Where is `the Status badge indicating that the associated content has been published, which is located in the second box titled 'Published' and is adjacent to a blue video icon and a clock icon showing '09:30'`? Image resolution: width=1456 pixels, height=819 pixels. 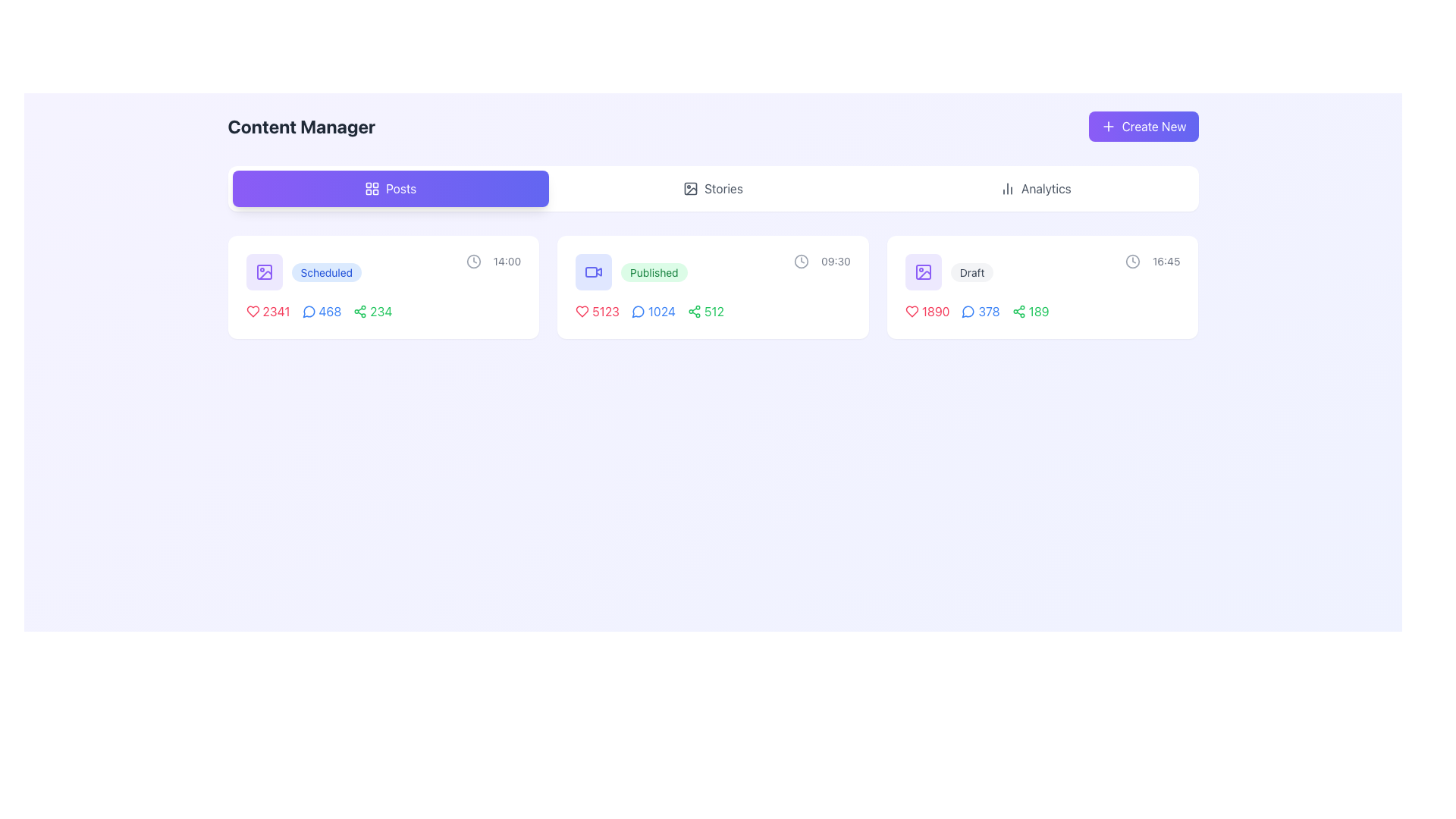 the Status badge indicating that the associated content has been published, which is located in the second box titled 'Published' and is adjacent to a blue video icon and a clock icon showing '09:30' is located at coordinates (631, 271).